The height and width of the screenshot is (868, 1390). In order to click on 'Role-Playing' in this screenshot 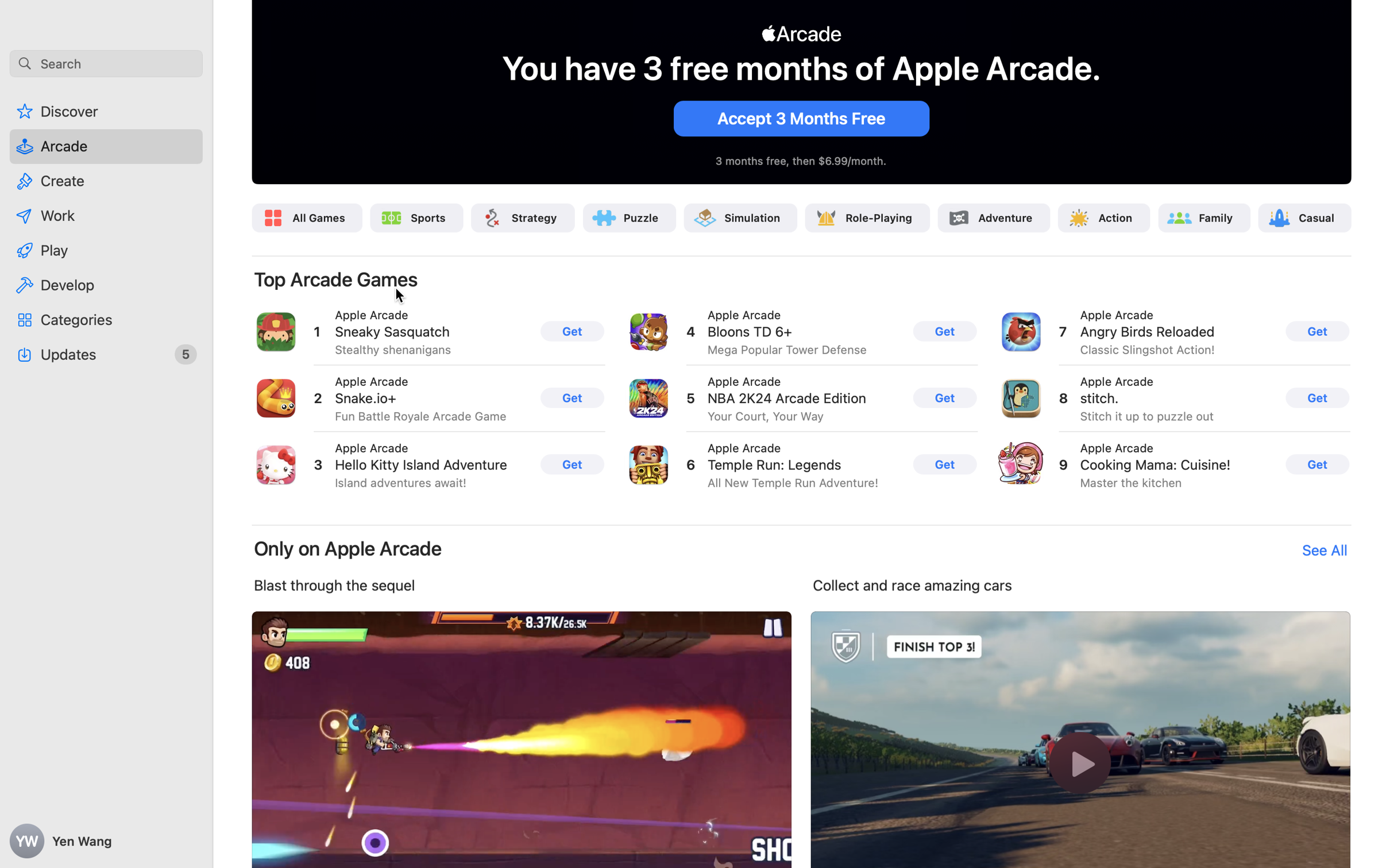, I will do `click(878, 217)`.